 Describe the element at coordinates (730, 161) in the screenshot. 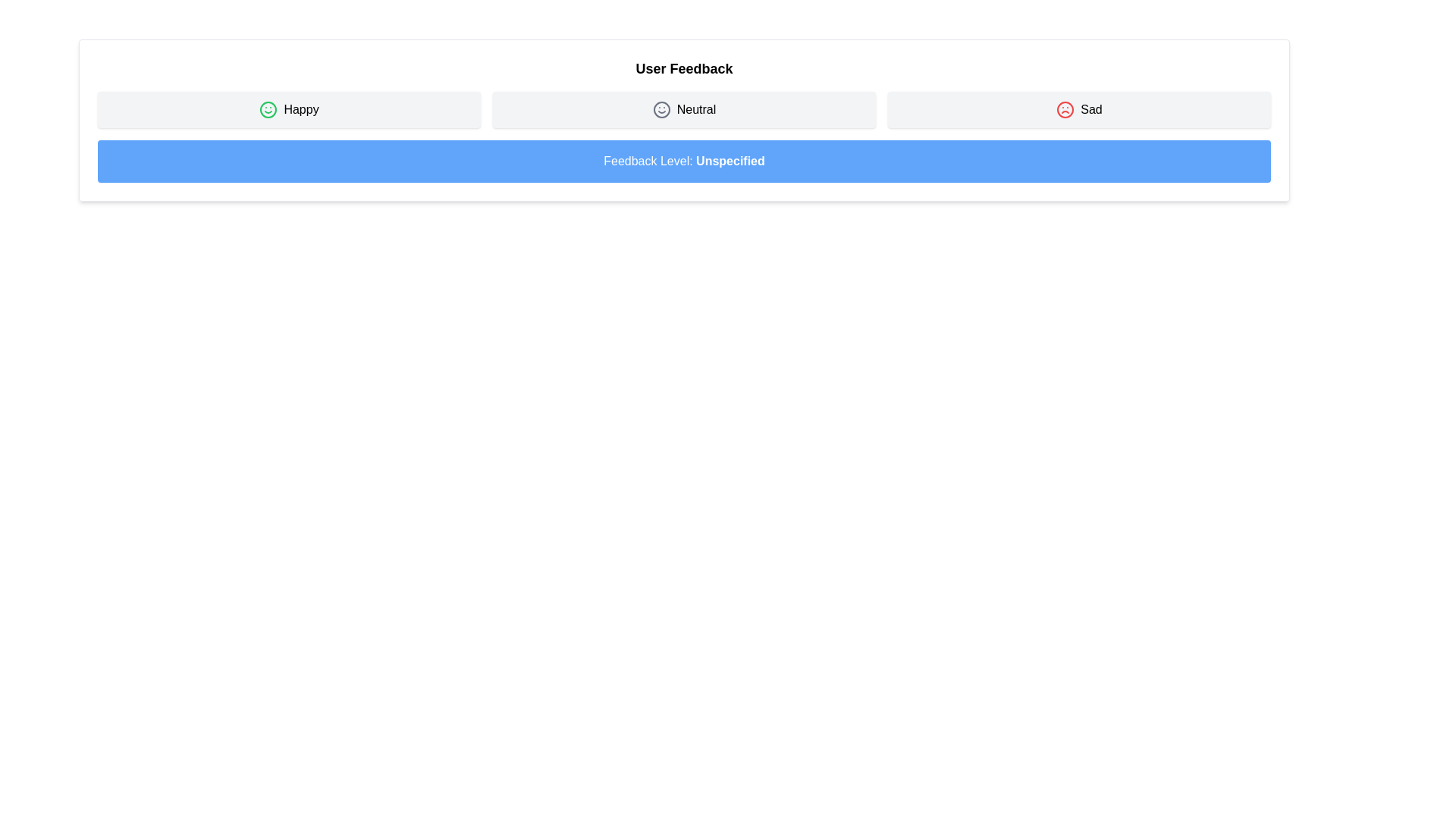

I see `the text label indicating the current feedback level, which displays 'Unspecified' and is positioned to the right of 'Feedback Level:' in a blue rectangular banner` at that location.